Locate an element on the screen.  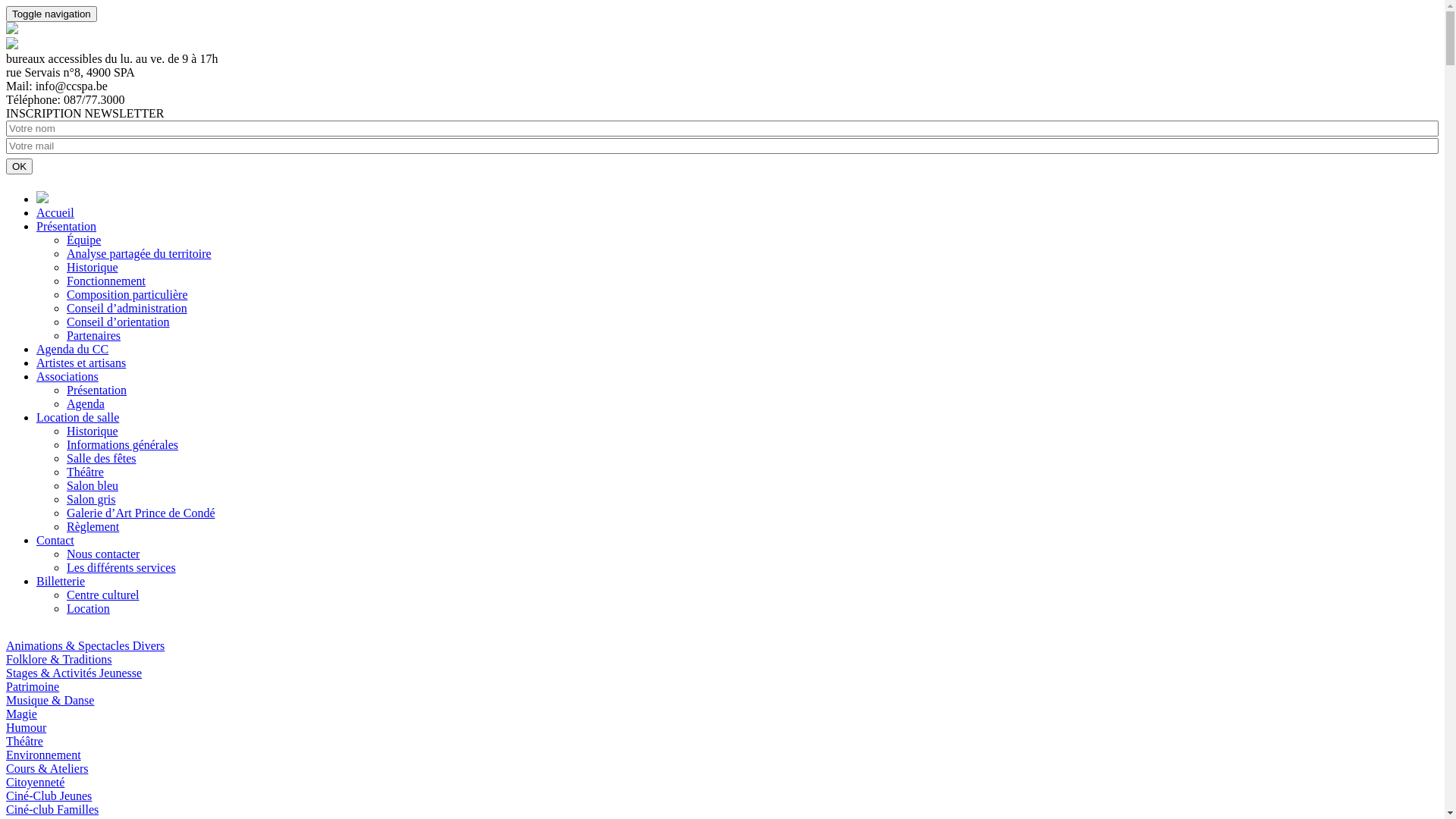
'Associations' is located at coordinates (67, 375).